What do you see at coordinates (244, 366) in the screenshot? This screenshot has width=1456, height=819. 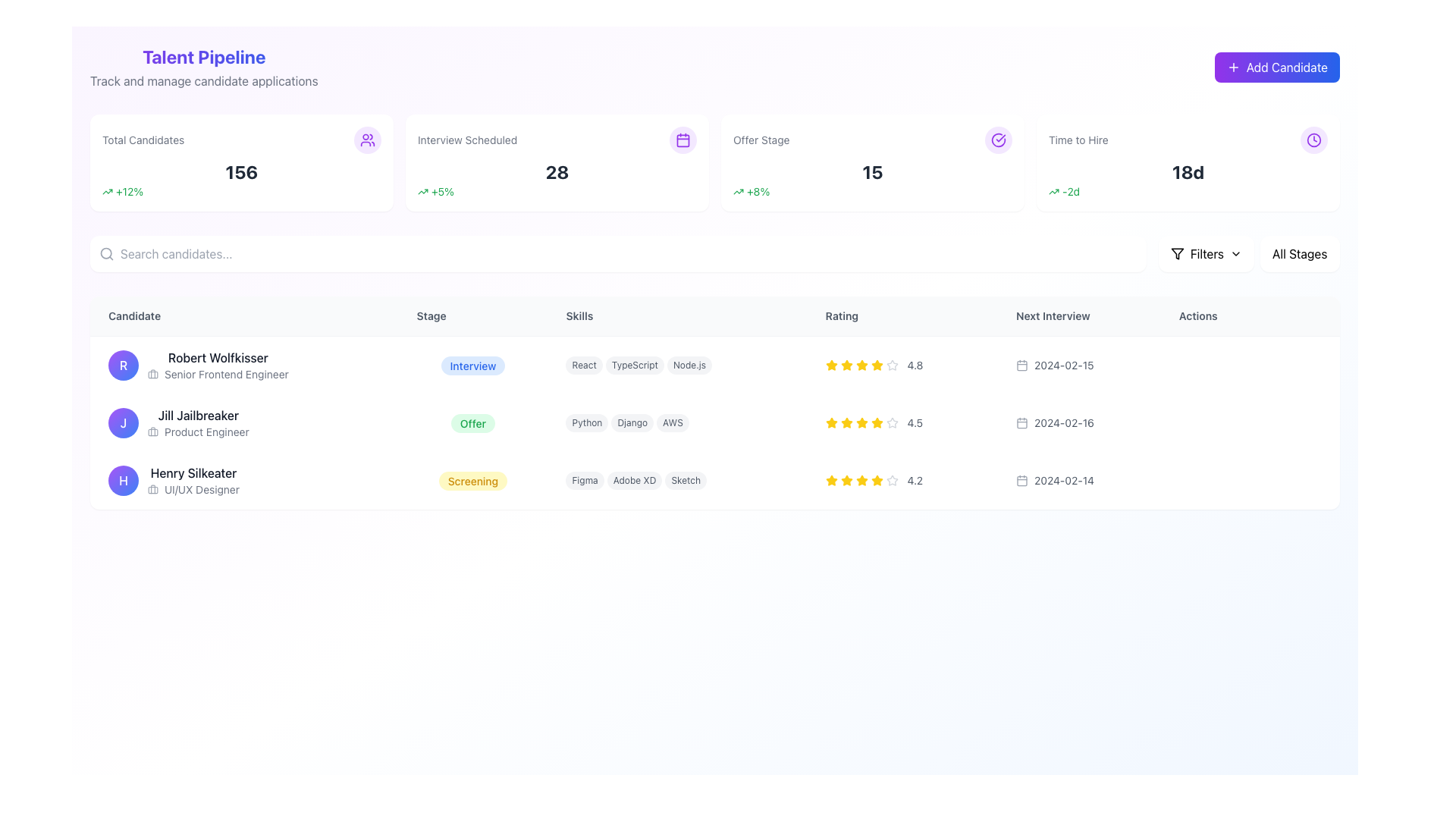 I see `the first candidate list item in the 'Candidate' column of the tabular layout` at bounding box center [244, 366].